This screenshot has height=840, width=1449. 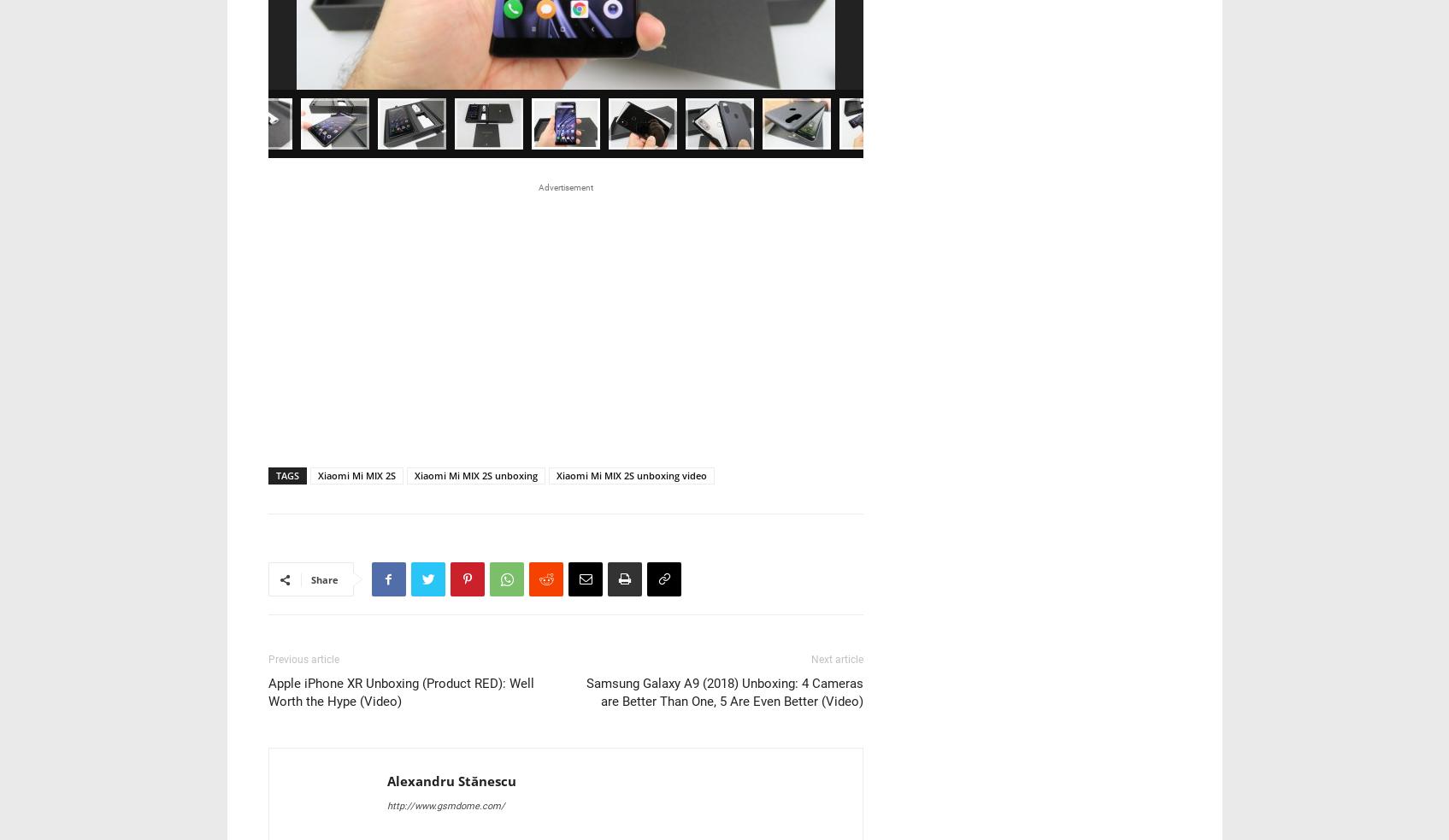 What do you see at coordinates (302, 425) in the screenshot?
I see `'Previous article'` at bounding box center [302, 425].